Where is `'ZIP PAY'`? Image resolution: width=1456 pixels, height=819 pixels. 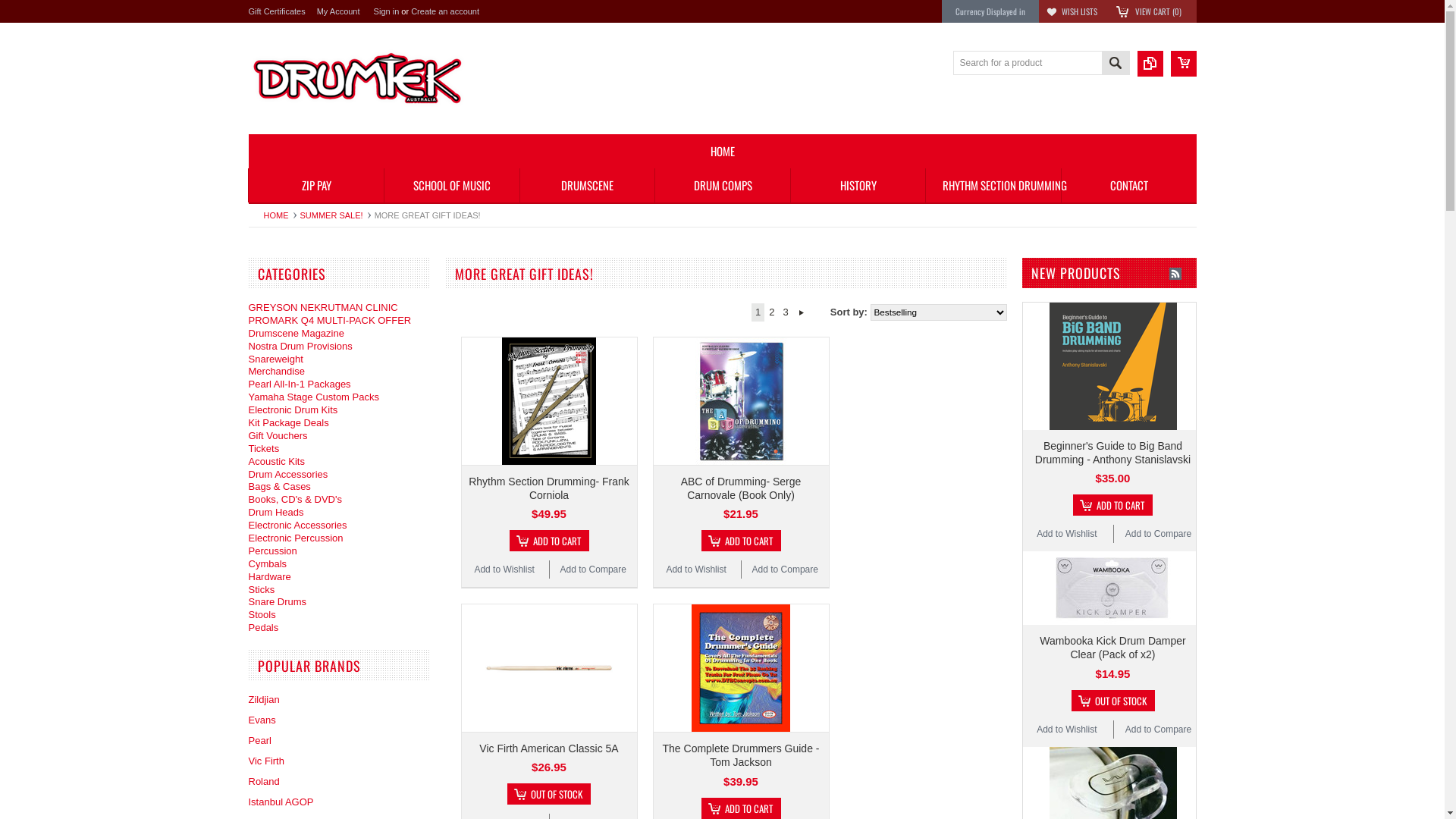
'ZIP PAY' is located at coordinates (315, 184).